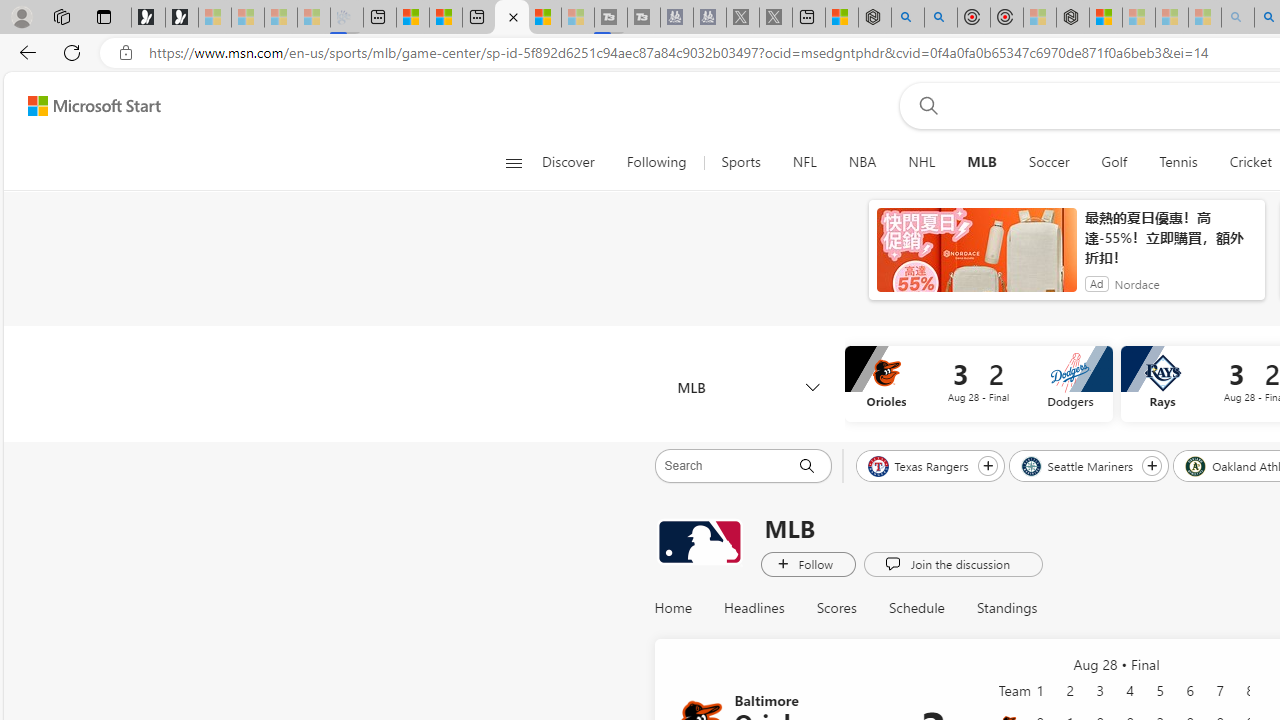 This screenshot has width=1280, height=720. I want to click on 'MLB', so click(747, 387).